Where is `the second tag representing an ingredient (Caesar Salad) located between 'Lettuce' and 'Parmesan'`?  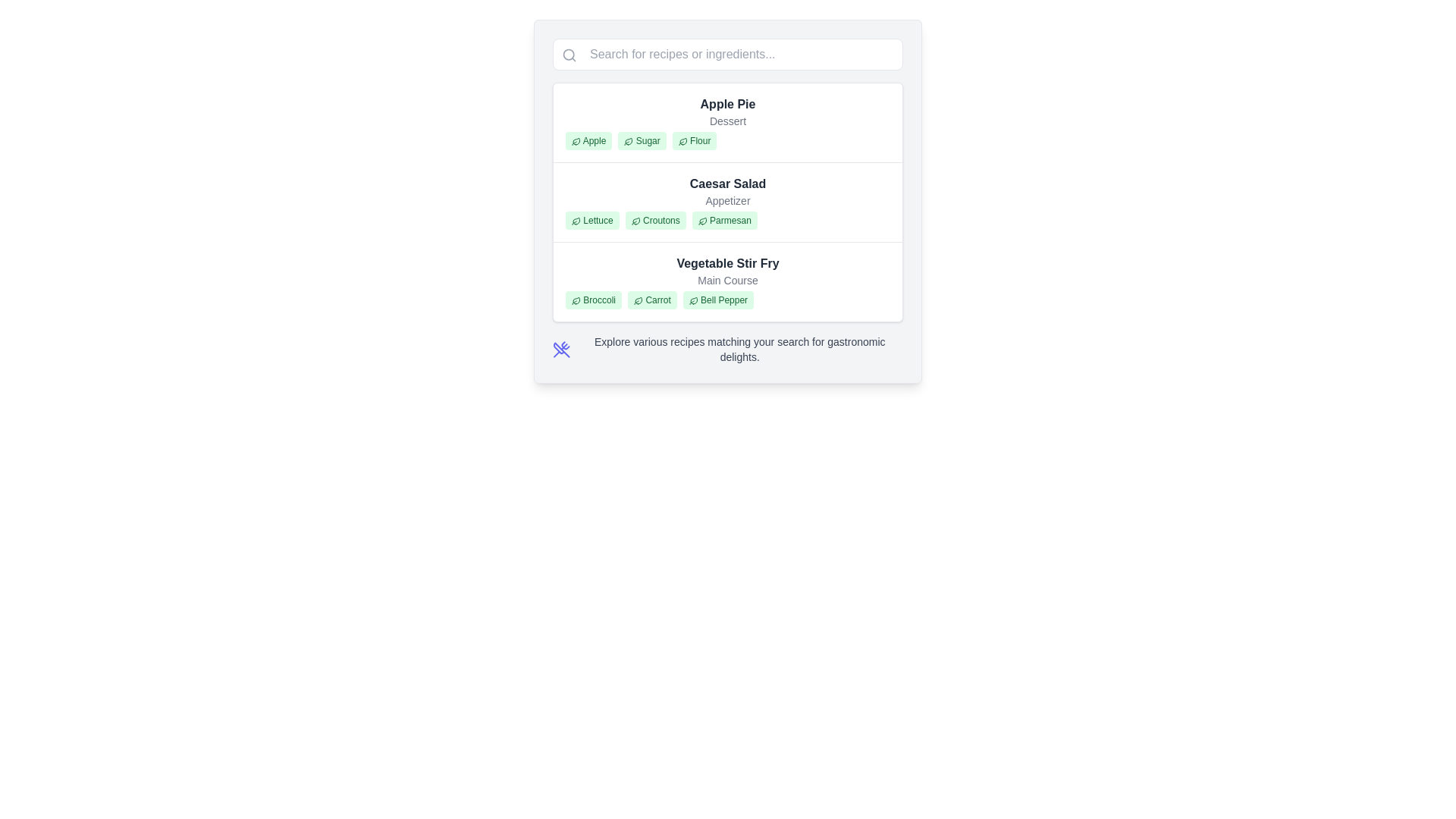
the second tag representing an ingredient (Caesar Salad) located between 'Lettuce' and 'Parmesan' is located at coordinates (655, 220).